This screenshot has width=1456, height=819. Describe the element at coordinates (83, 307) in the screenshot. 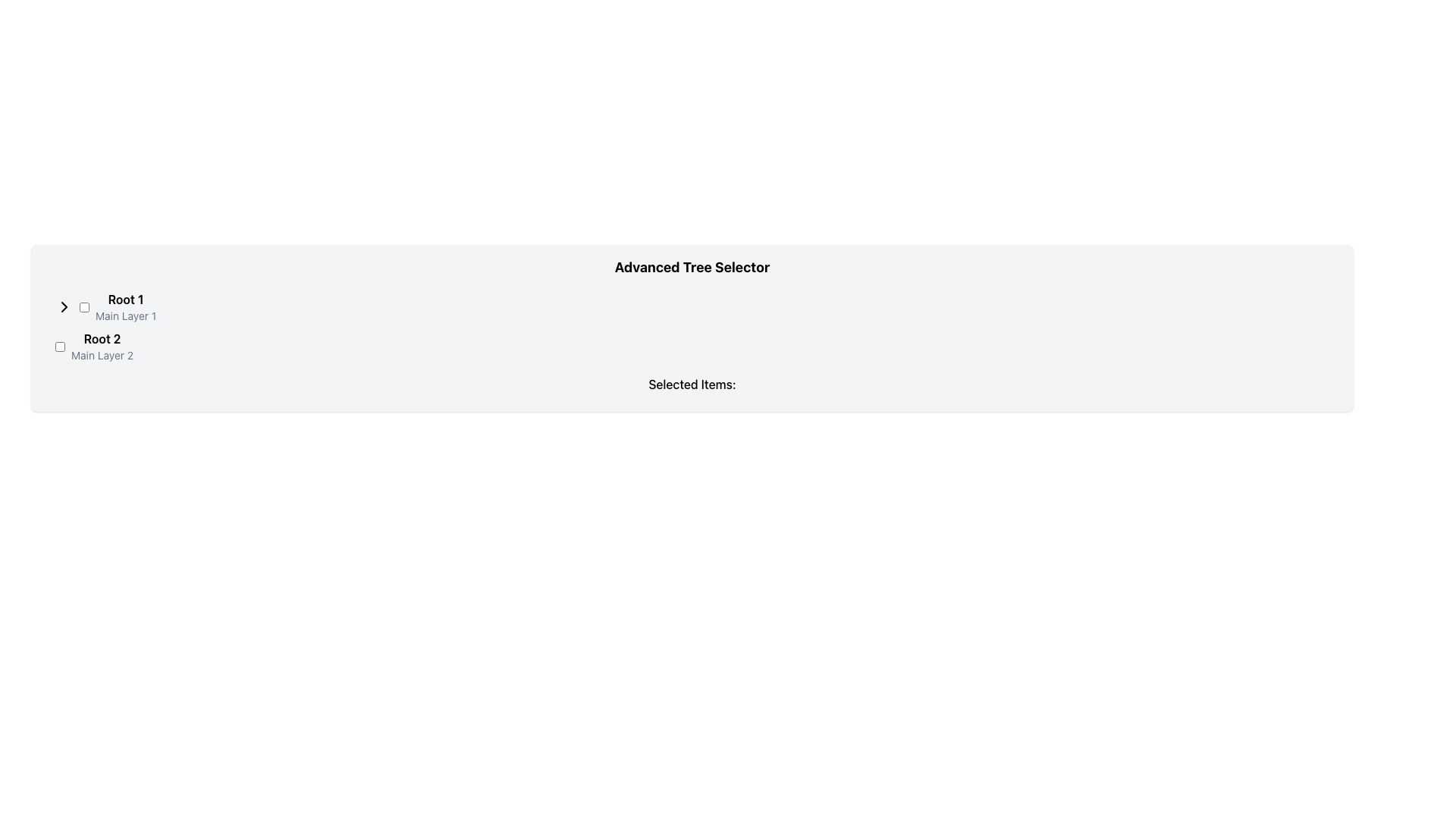

I see `the checkbox for 'Root 2'` at that location.